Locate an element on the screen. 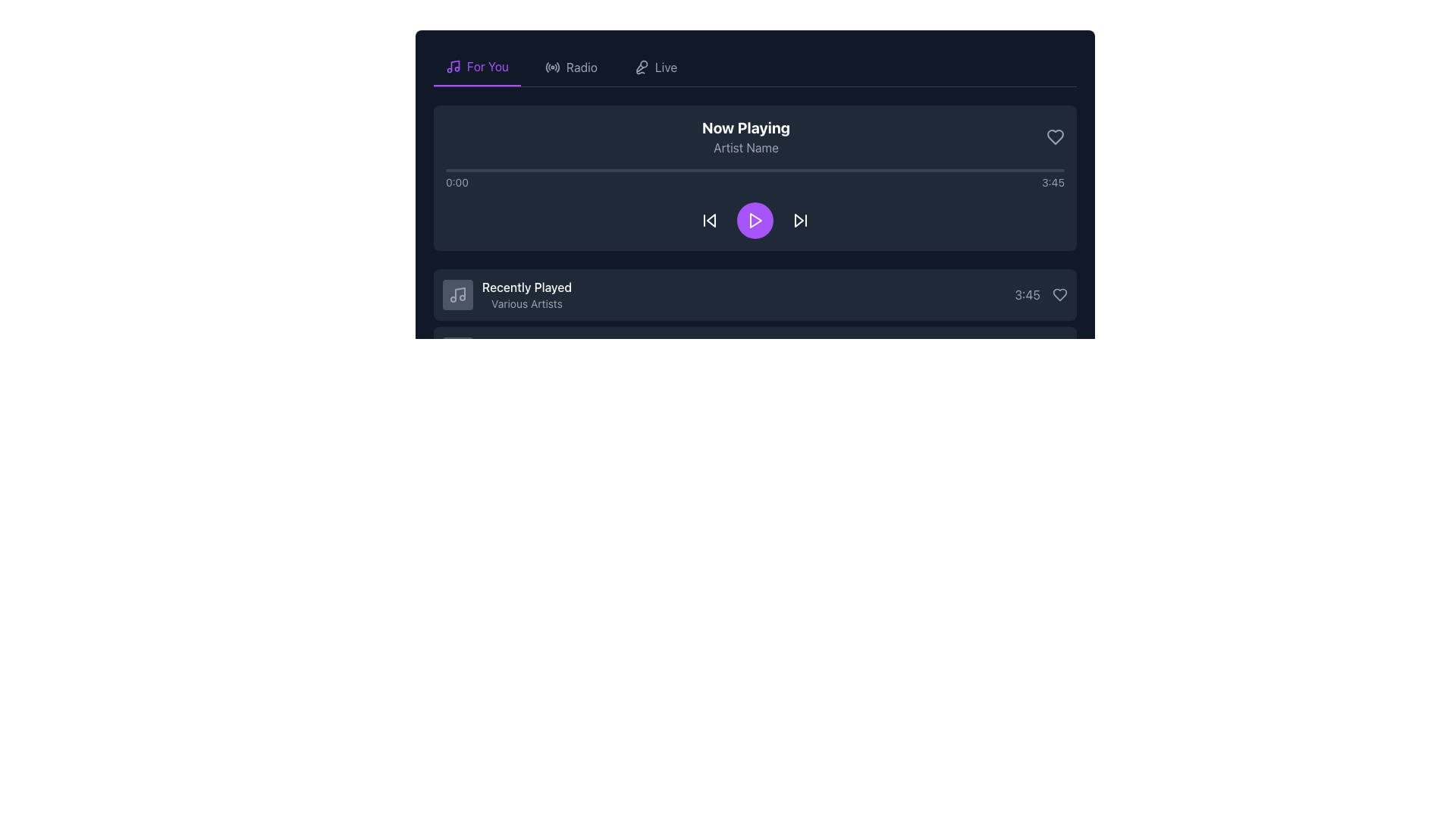 The height and width of the screenshot is (819, 1456). the bold text label 'Now Playing', which is centrally aligned at the top of the playback section, above the 'Artist Name' text is located at coordinates (745, 127).